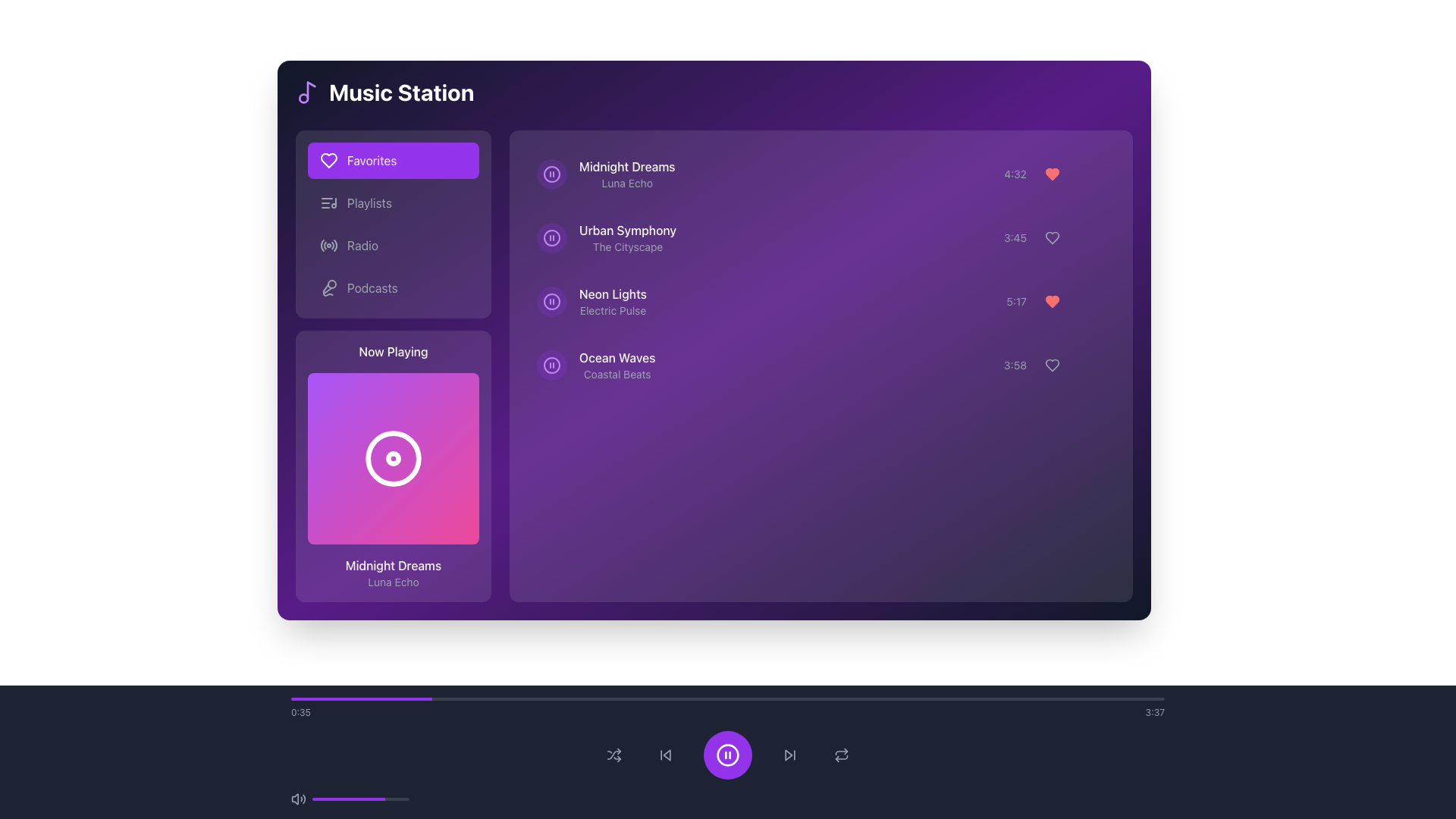 The width and height of the screenshot is (1456, 819). What do you see at coordinates (393, 573) in the screenshot?
I see `the text display showing the title and subtitle of the currently playing song by moving the cursor to its center for reading` at bounding box center [393, 573].